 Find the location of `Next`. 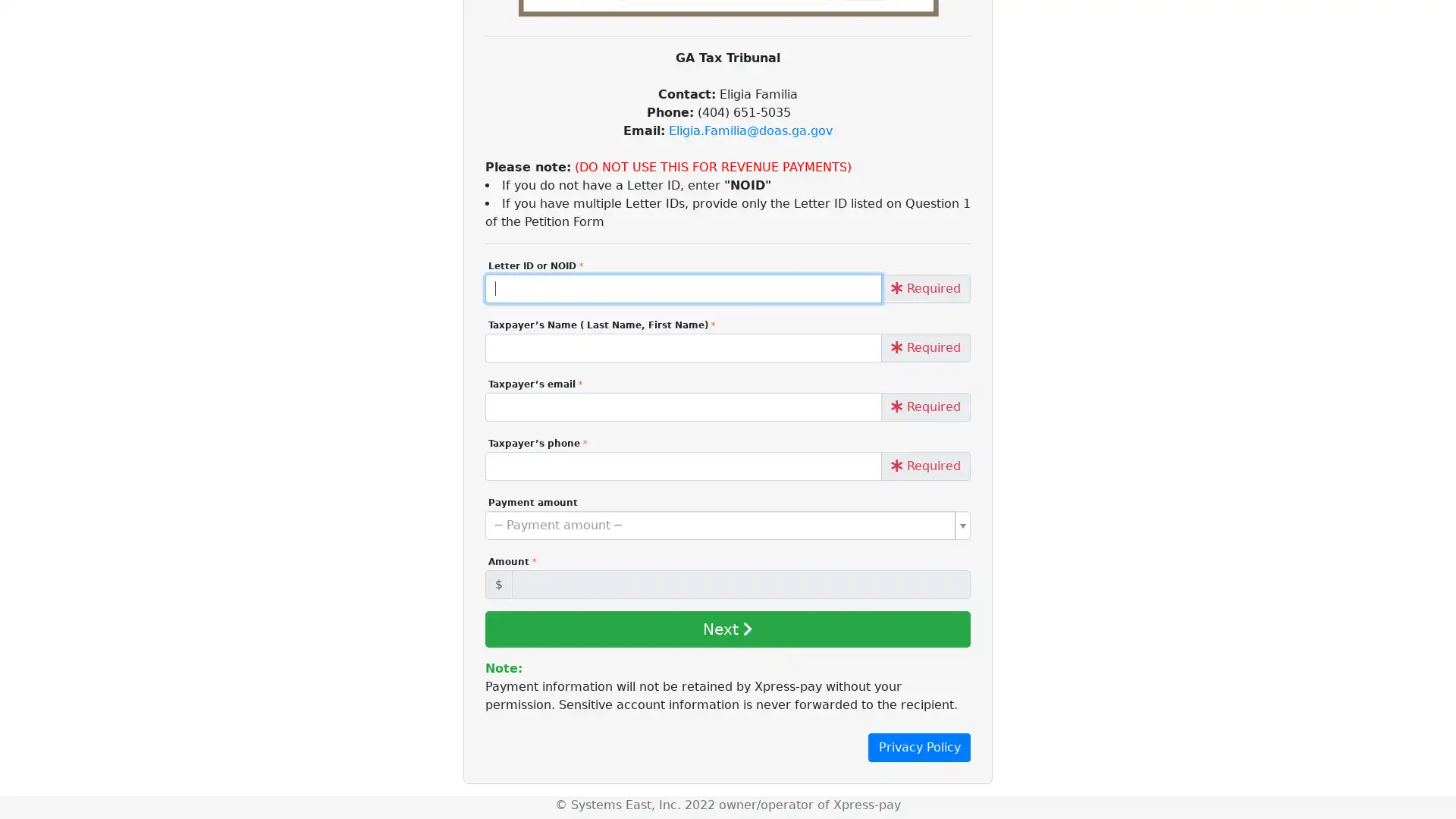

Next is located at coordinates (726, 629).